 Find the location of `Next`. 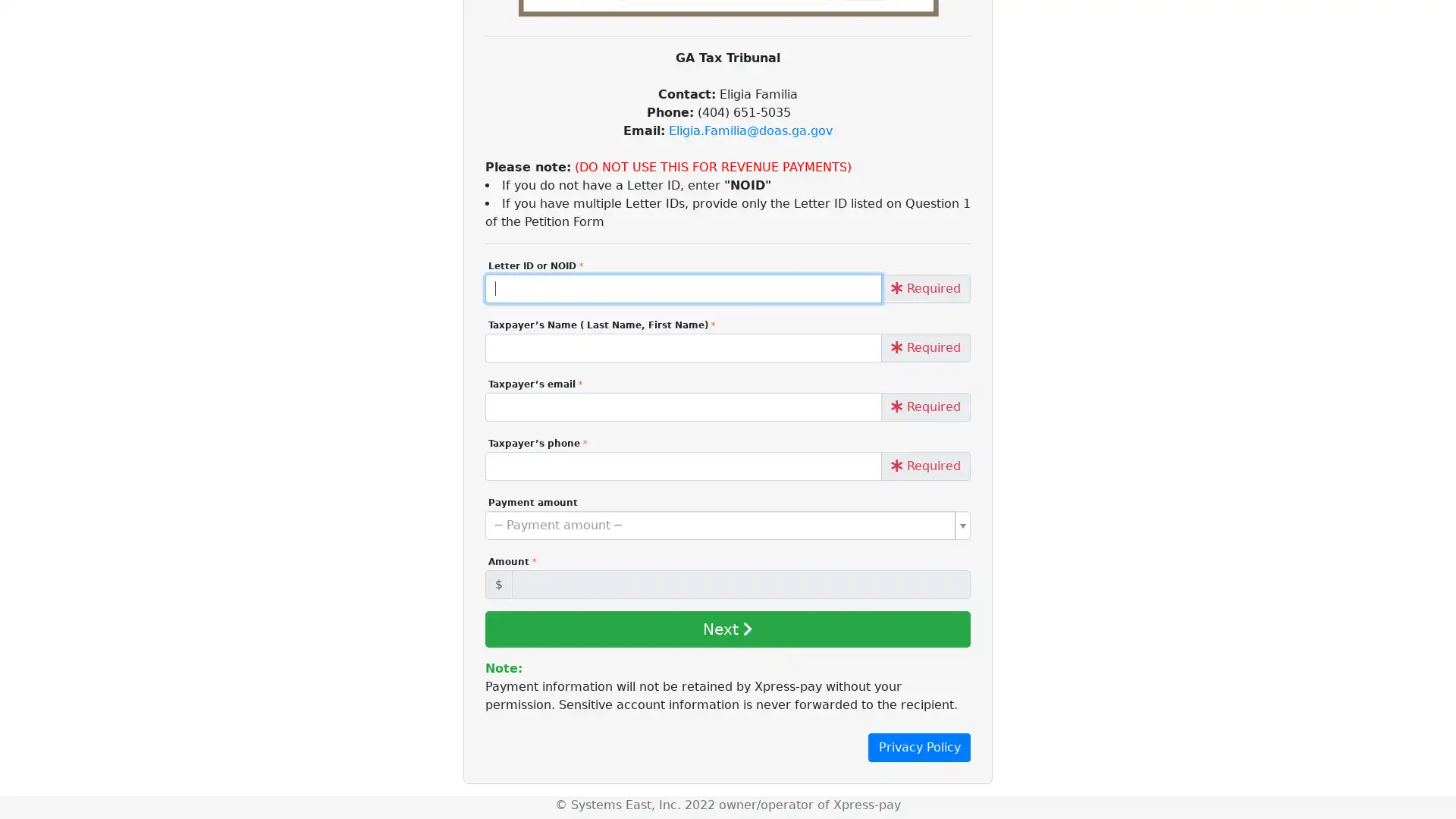

Next is located at coordinates (726, 629).